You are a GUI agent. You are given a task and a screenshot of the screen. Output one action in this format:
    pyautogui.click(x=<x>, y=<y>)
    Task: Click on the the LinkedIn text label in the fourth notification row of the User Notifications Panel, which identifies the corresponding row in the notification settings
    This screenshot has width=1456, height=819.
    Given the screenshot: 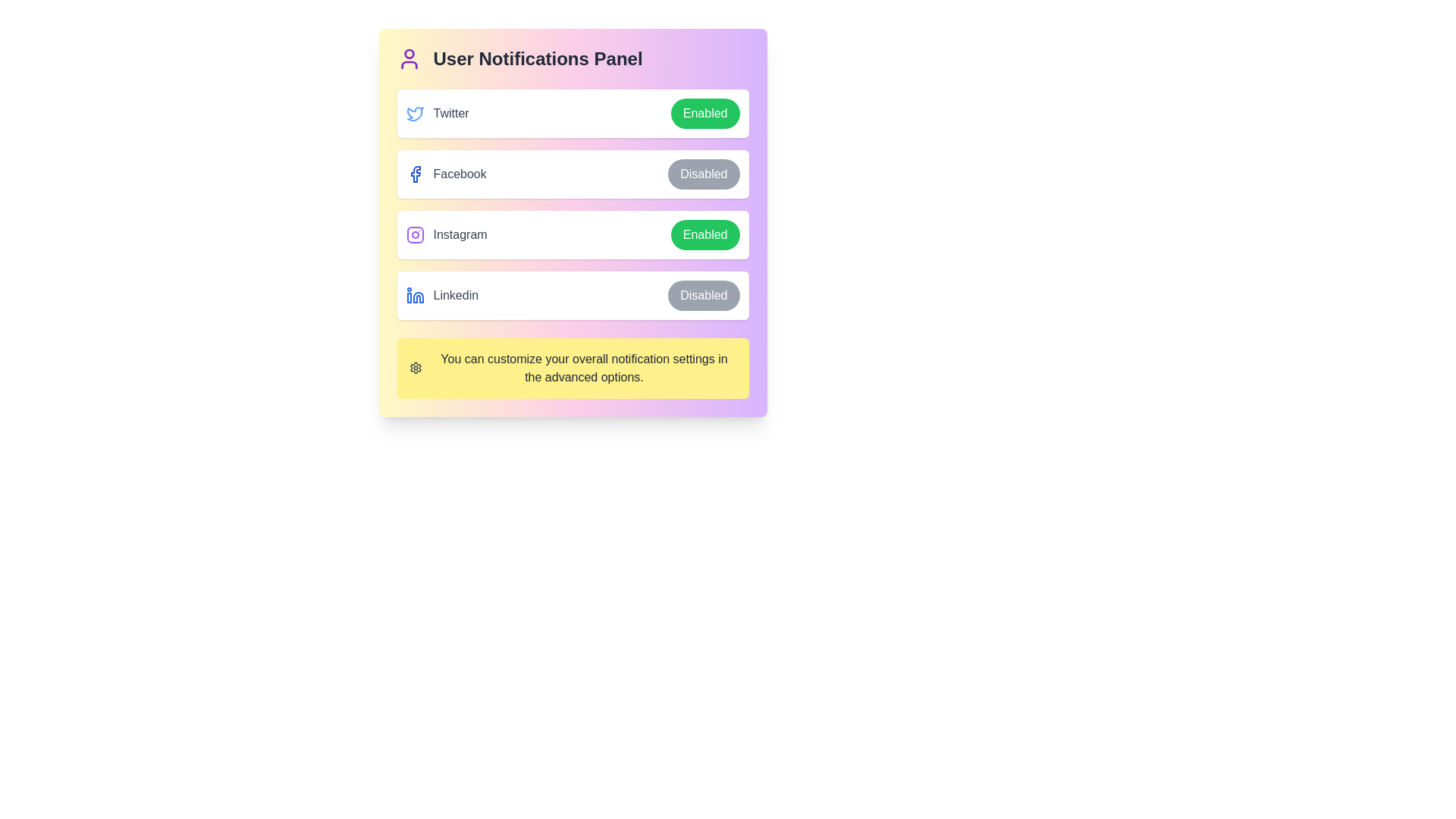 What is the action you would take?
    pyautogui.click(x=455, y=295)
    